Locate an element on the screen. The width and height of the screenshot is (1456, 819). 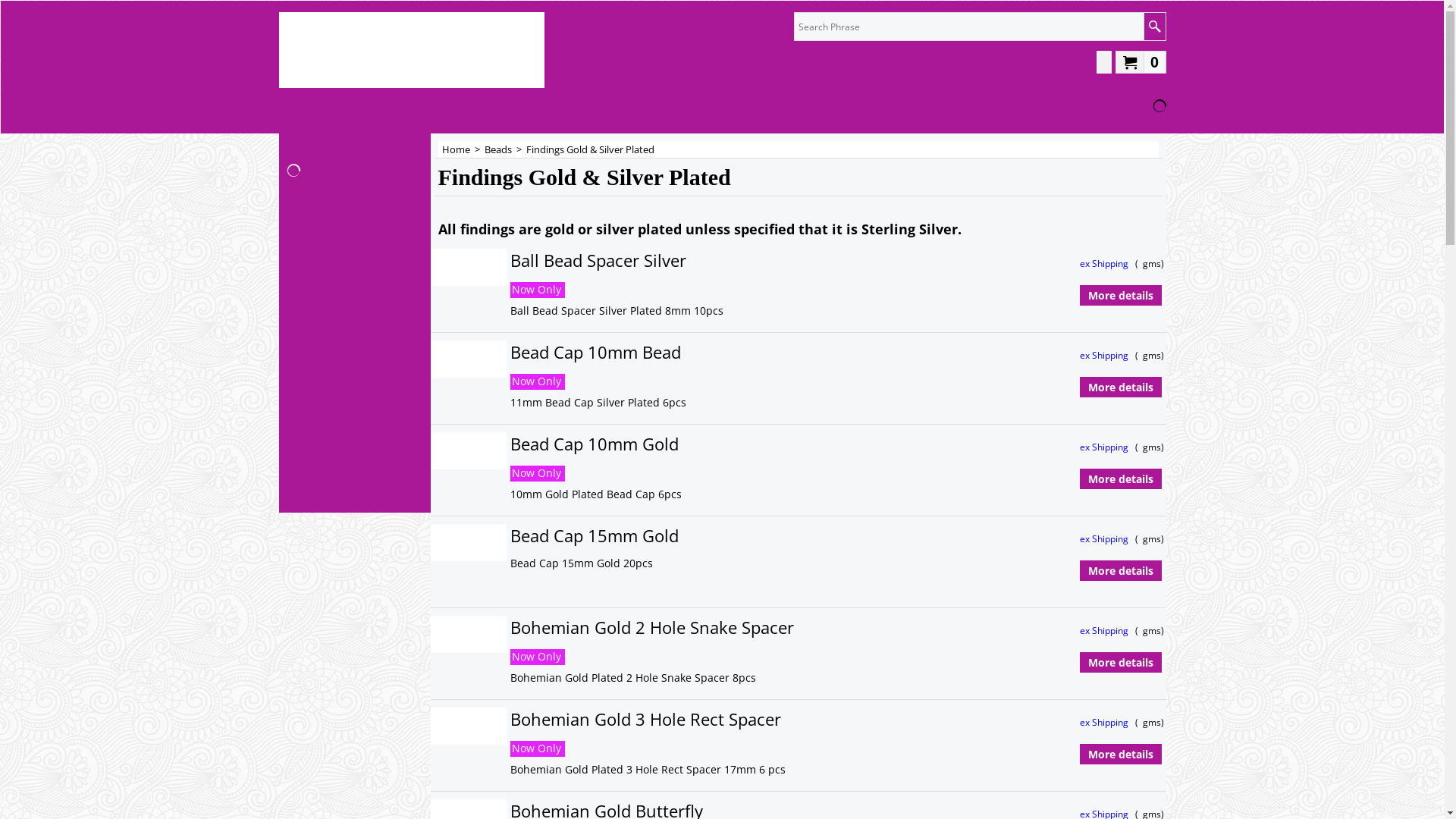
'ex Shipping' is located at coordinates (1079, 630).